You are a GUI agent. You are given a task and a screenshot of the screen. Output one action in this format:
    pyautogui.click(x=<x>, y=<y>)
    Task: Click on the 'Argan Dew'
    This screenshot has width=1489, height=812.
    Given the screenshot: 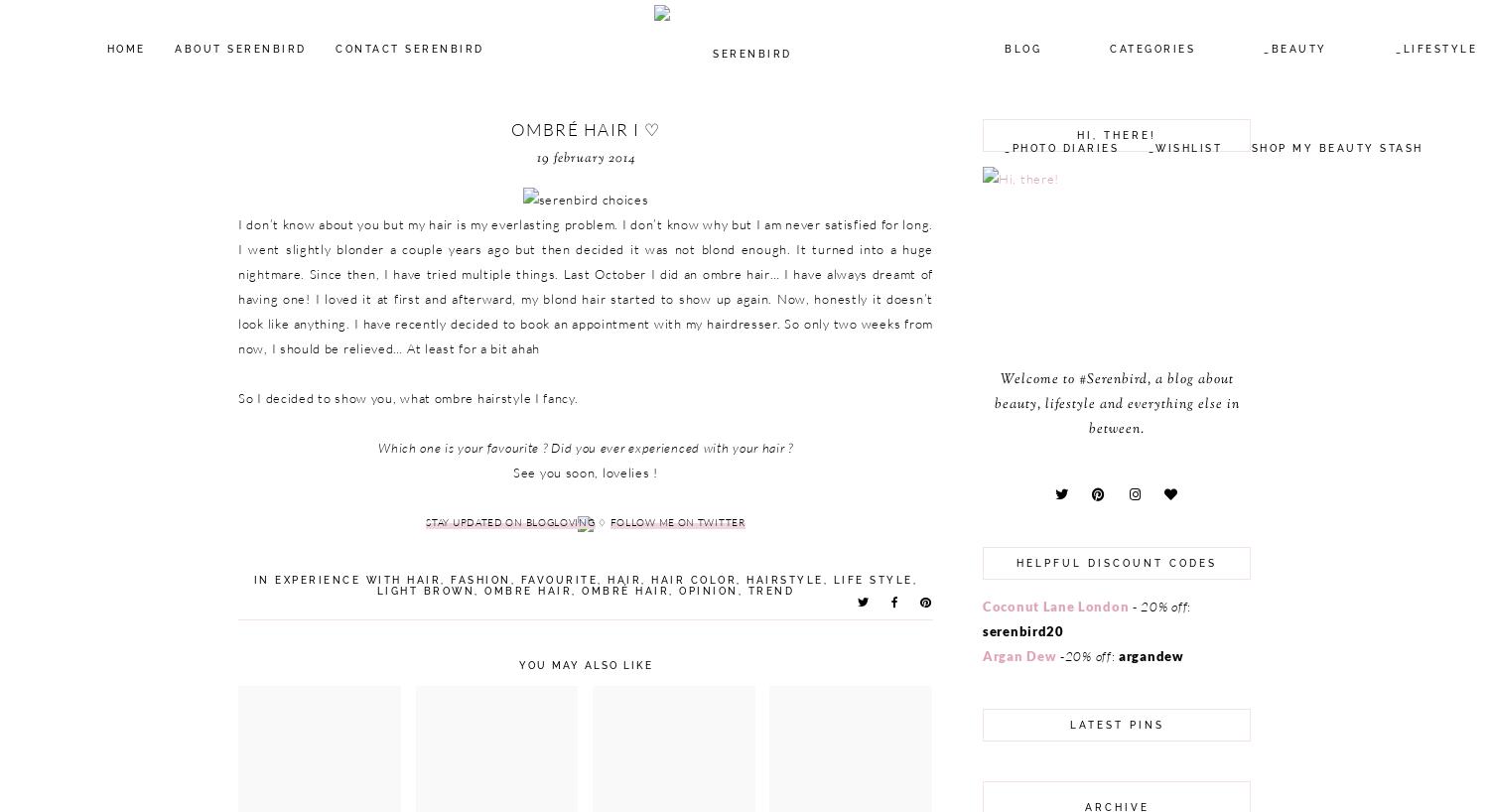 What is the action you would take?
    pyautogui.click(x=1019, y=654)
    